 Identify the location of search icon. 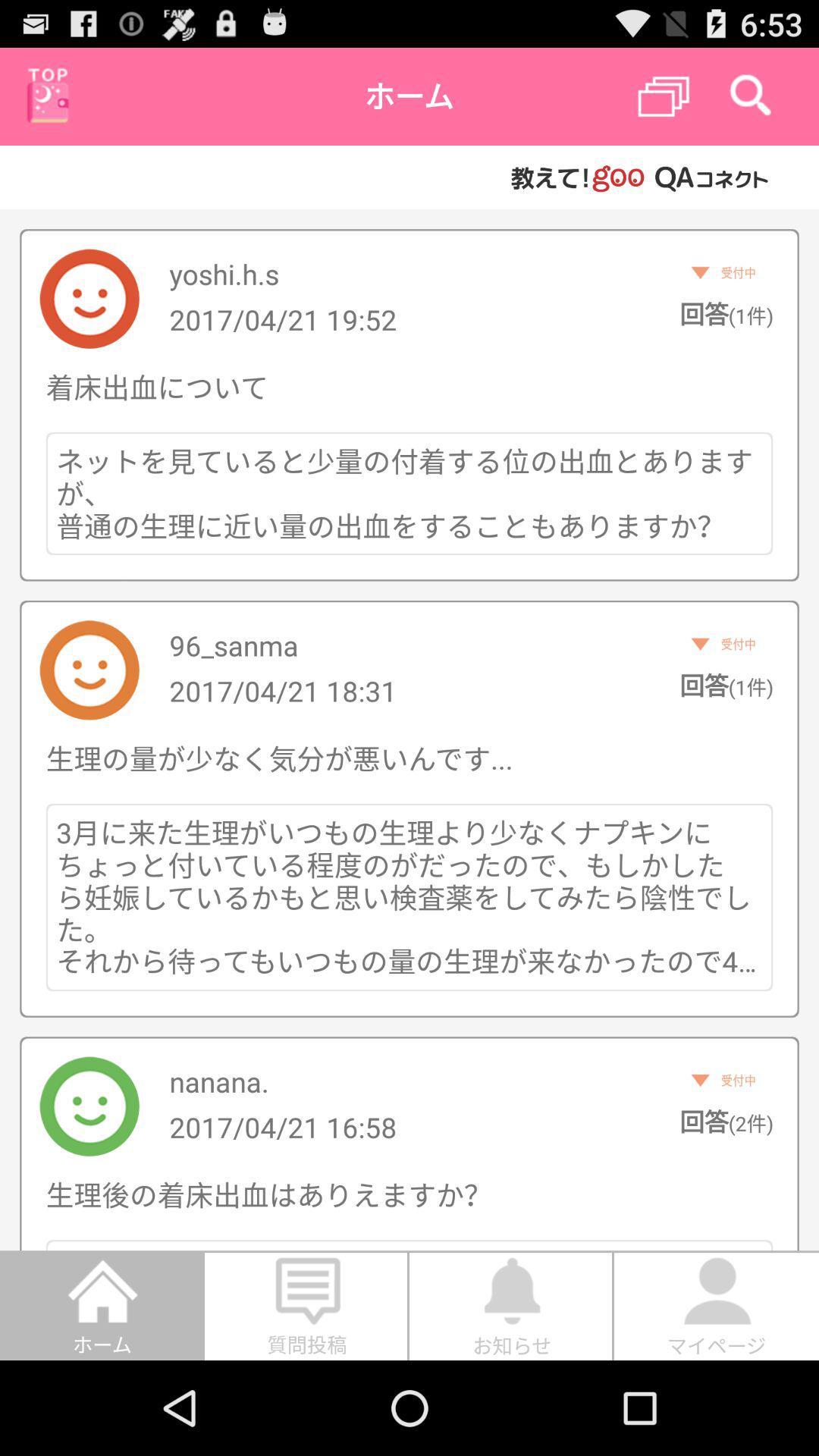
(752, 96).